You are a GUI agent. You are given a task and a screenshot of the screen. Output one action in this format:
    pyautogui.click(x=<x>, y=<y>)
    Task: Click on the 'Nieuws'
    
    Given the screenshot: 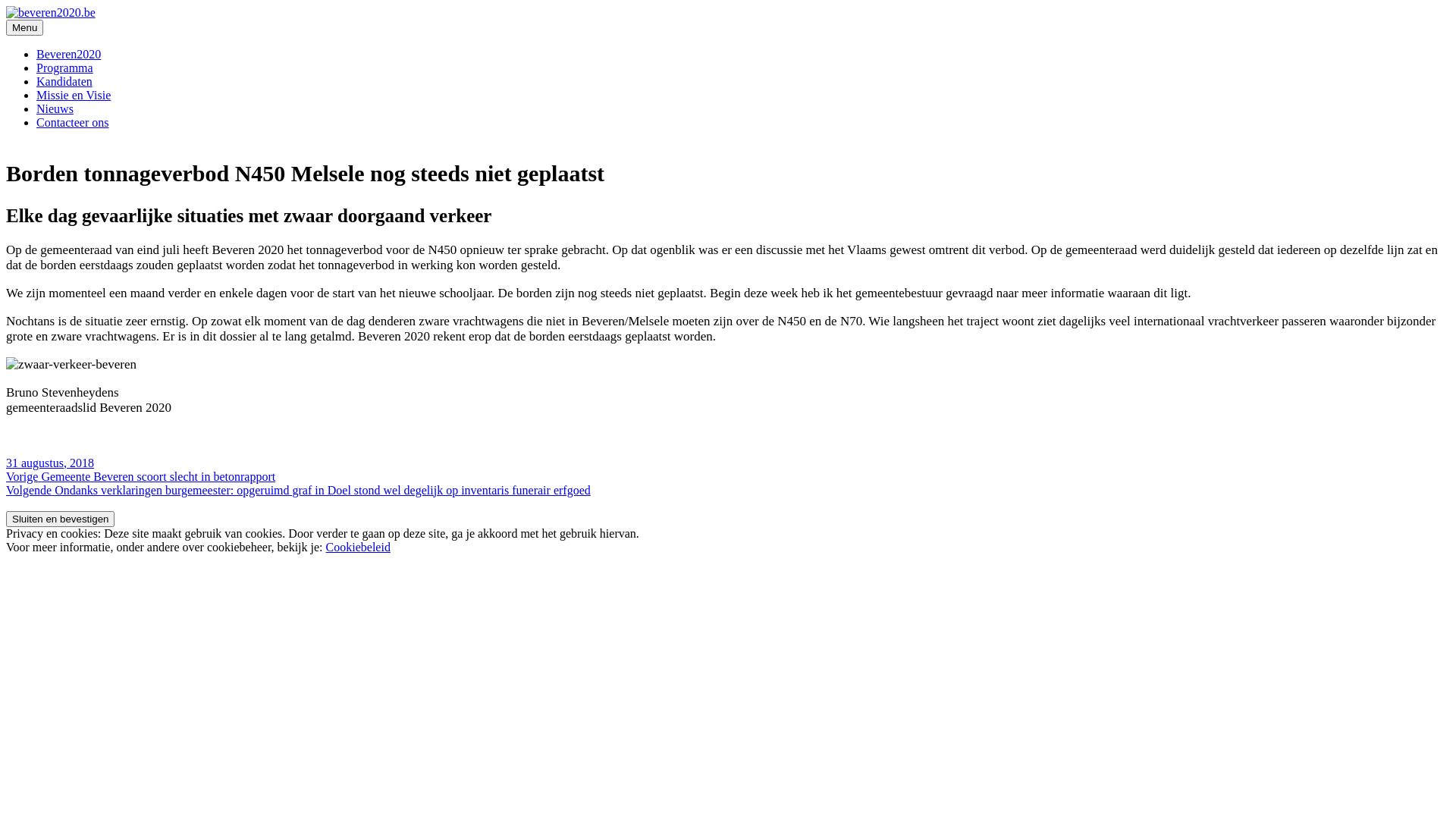 What is the action you would take?
    pyautogui.click(x=55, y=108)
    